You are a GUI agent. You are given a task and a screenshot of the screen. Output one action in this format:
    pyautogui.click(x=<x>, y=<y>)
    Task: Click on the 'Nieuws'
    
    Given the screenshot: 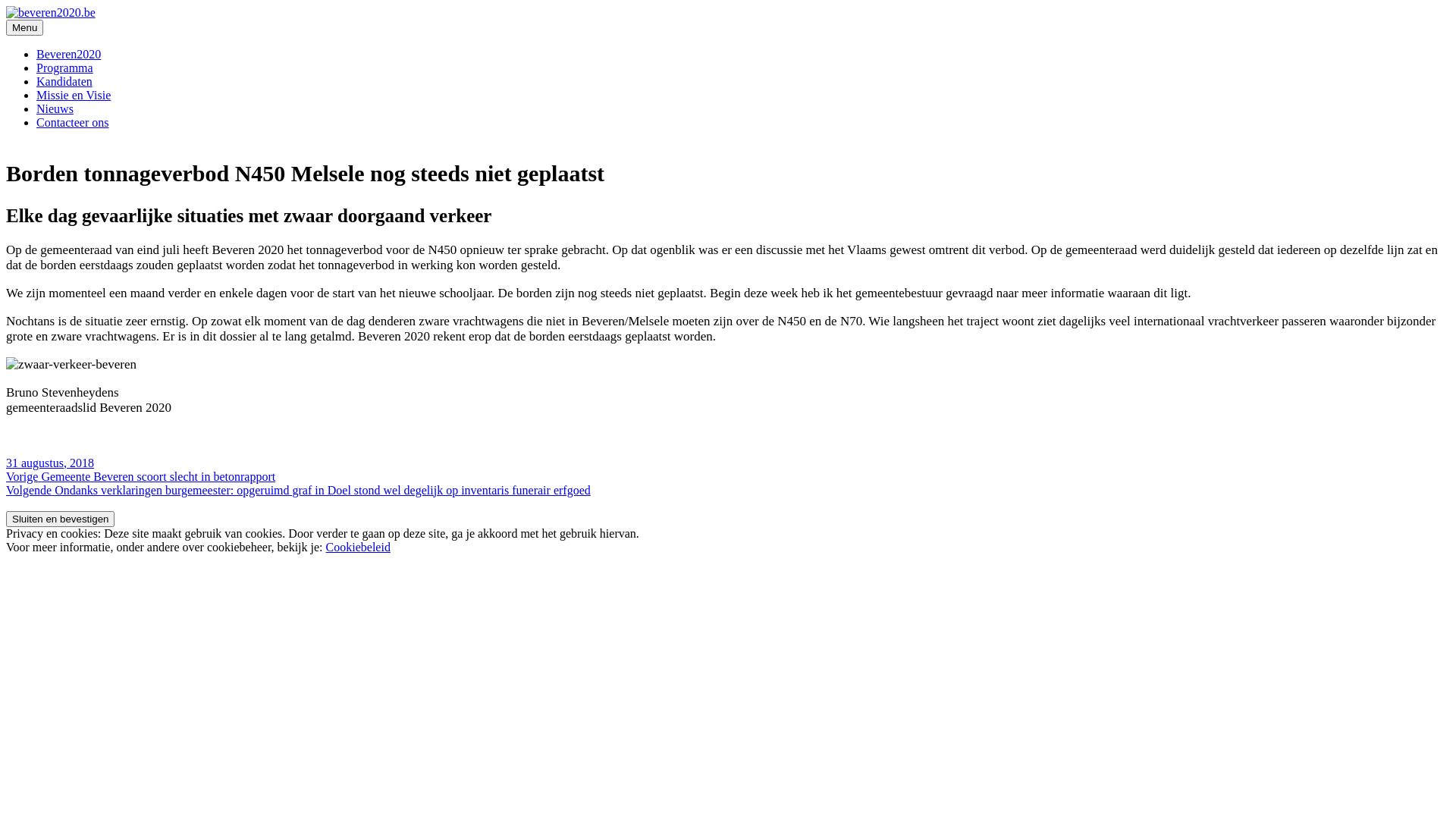 What is the action you would take?
    pyautogui.click(x=55, y=108)
    